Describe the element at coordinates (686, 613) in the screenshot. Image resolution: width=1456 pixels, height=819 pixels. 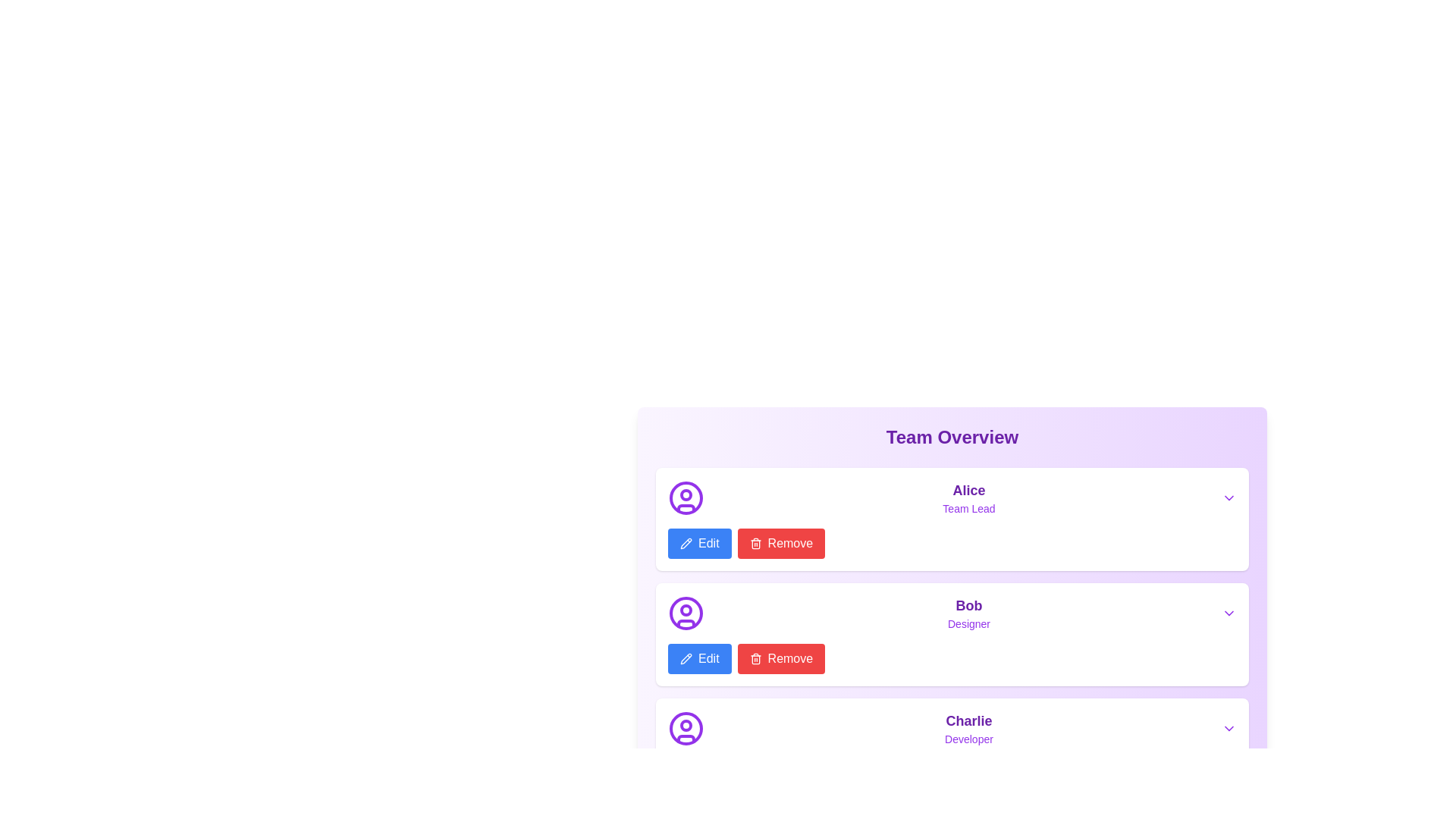
I see `the outermost circle of the user avatar icon located in the second row next to the name 'Bob'` at that location.